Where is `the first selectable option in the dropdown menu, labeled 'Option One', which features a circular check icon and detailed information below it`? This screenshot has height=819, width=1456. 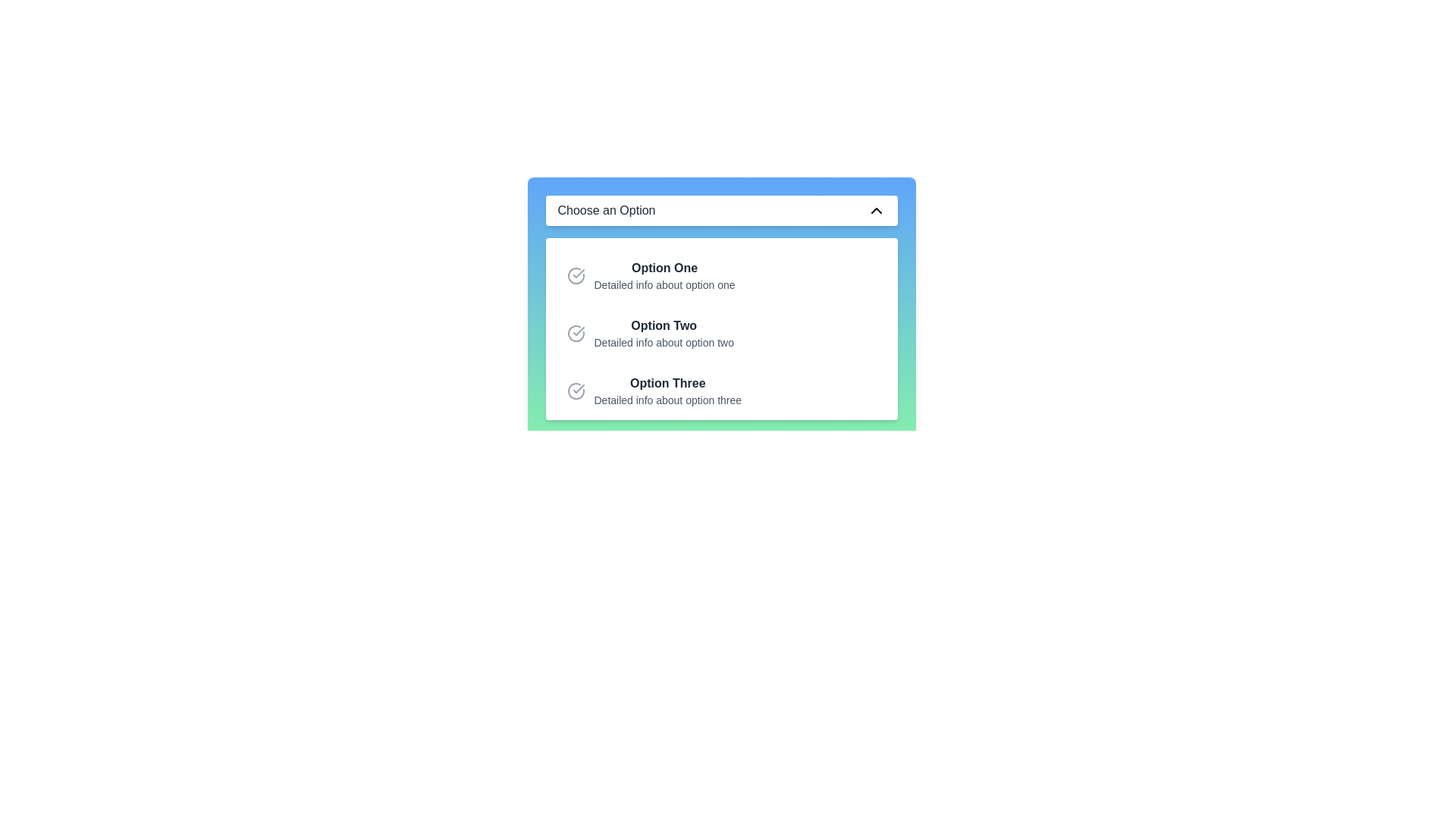
the first selectable option in the dropdown menu, labeled 'Option One', which features a circular check icon and detailed information below it is located at coordinates (720, 275).